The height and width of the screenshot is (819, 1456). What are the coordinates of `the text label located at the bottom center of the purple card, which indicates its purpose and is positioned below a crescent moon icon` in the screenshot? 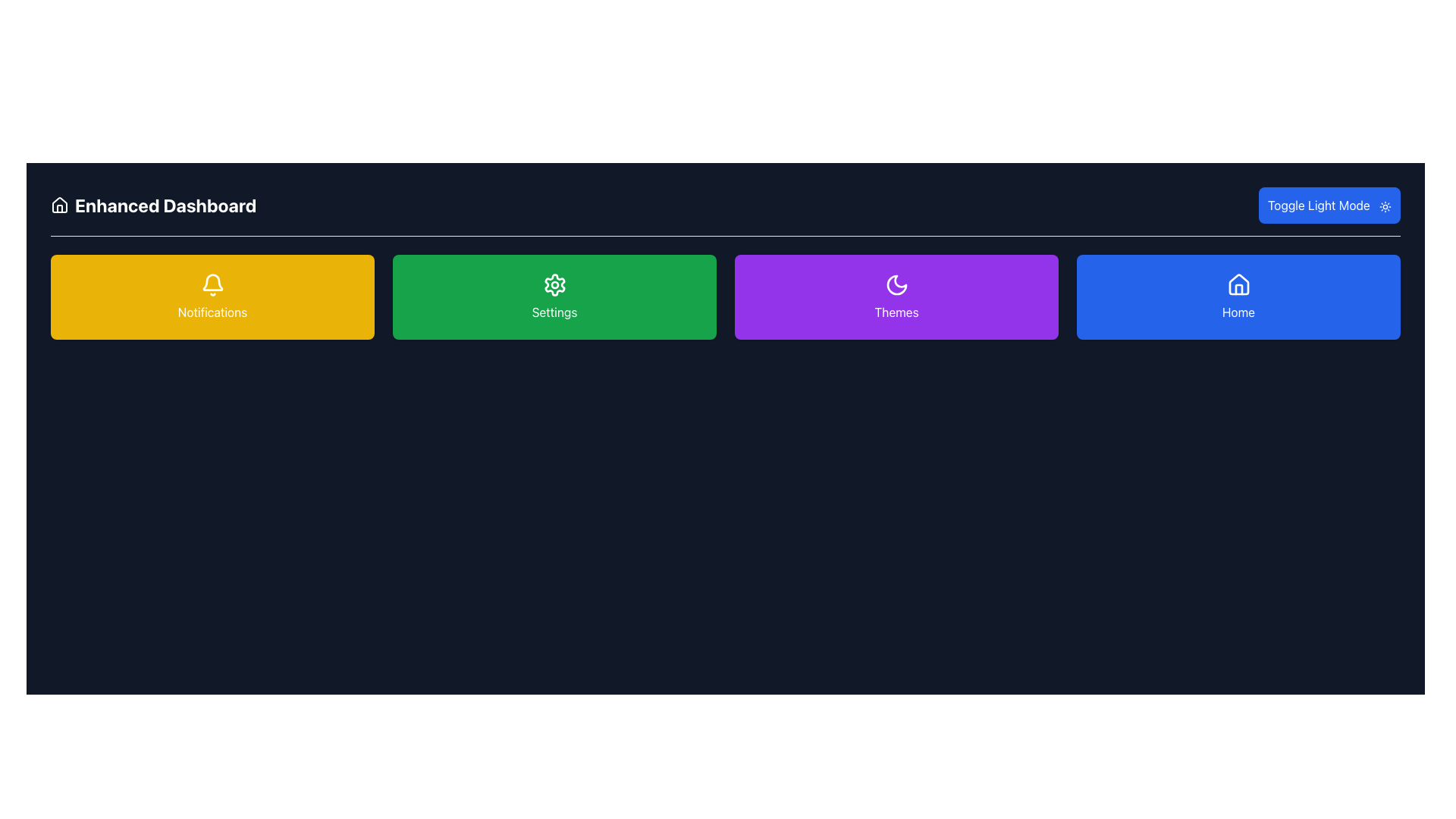 It's located at (896, 312).